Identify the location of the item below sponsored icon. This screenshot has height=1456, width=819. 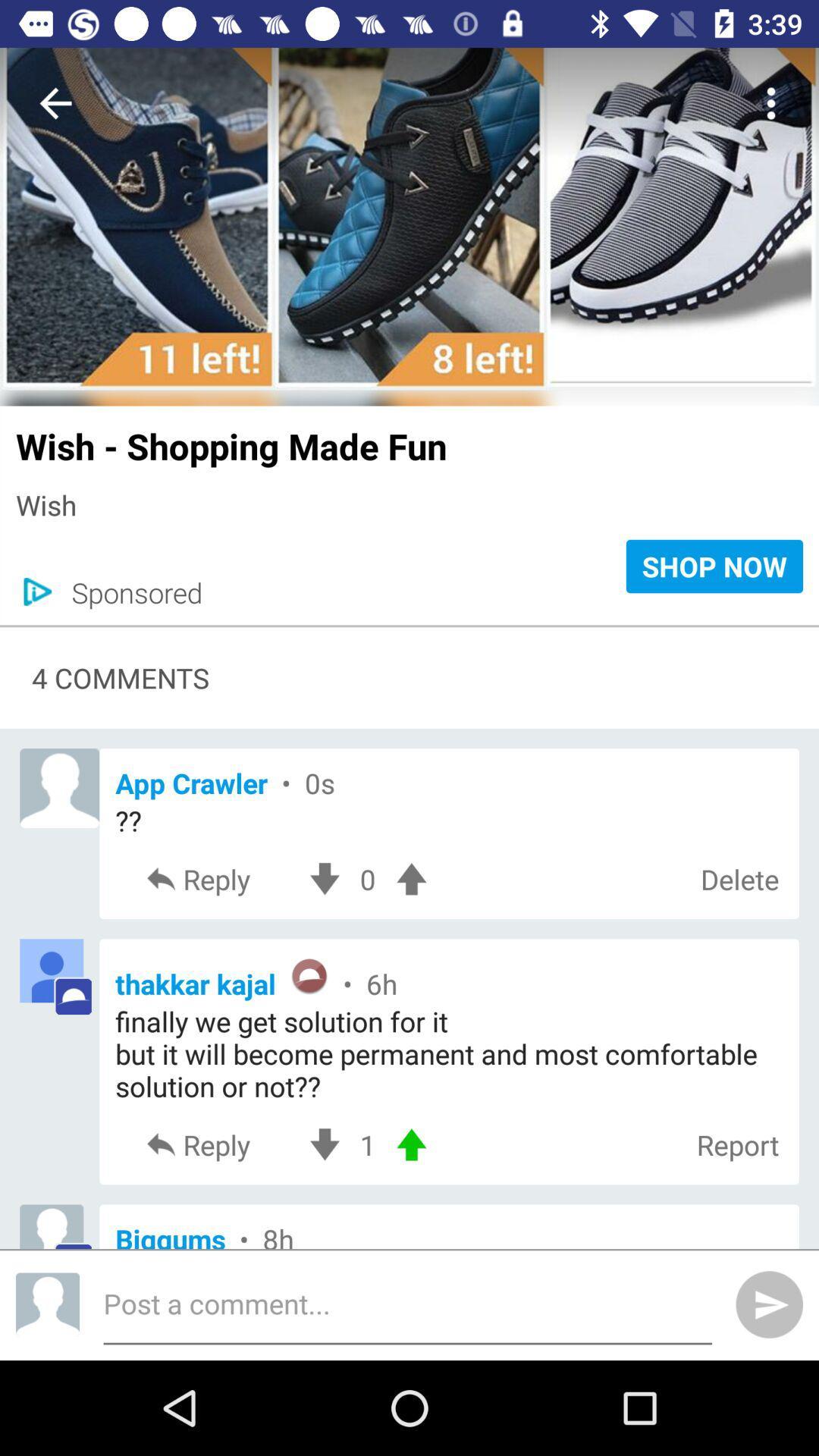
(409, 626).